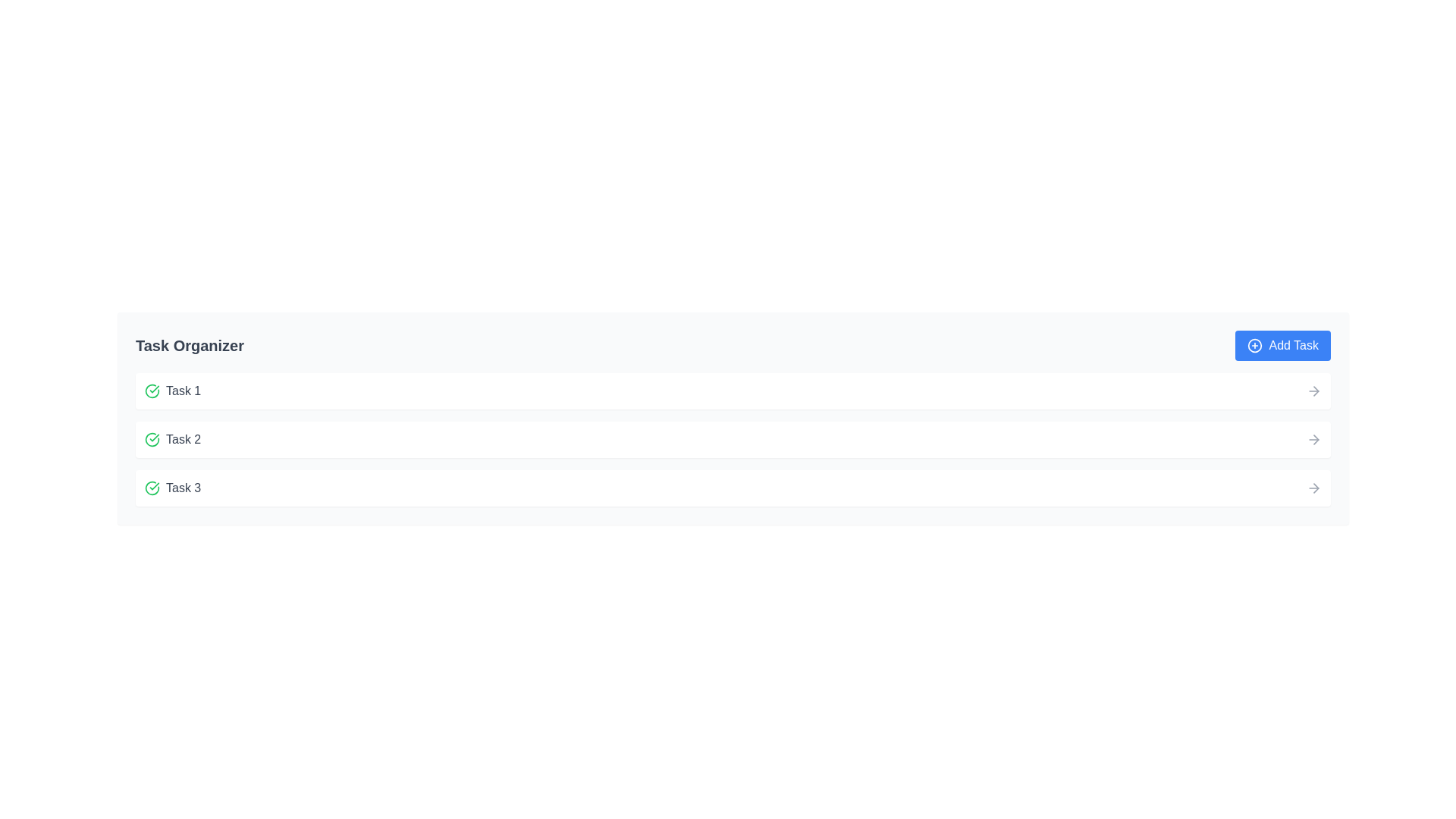  Describe the element at coordinates (1313, 488) in the screenshot. I see `the Icon (Arrow) located at the far-right side of the 'Task 3' row, adjacent to the text 'Task 3' and to the right of the green check icon` at that location.